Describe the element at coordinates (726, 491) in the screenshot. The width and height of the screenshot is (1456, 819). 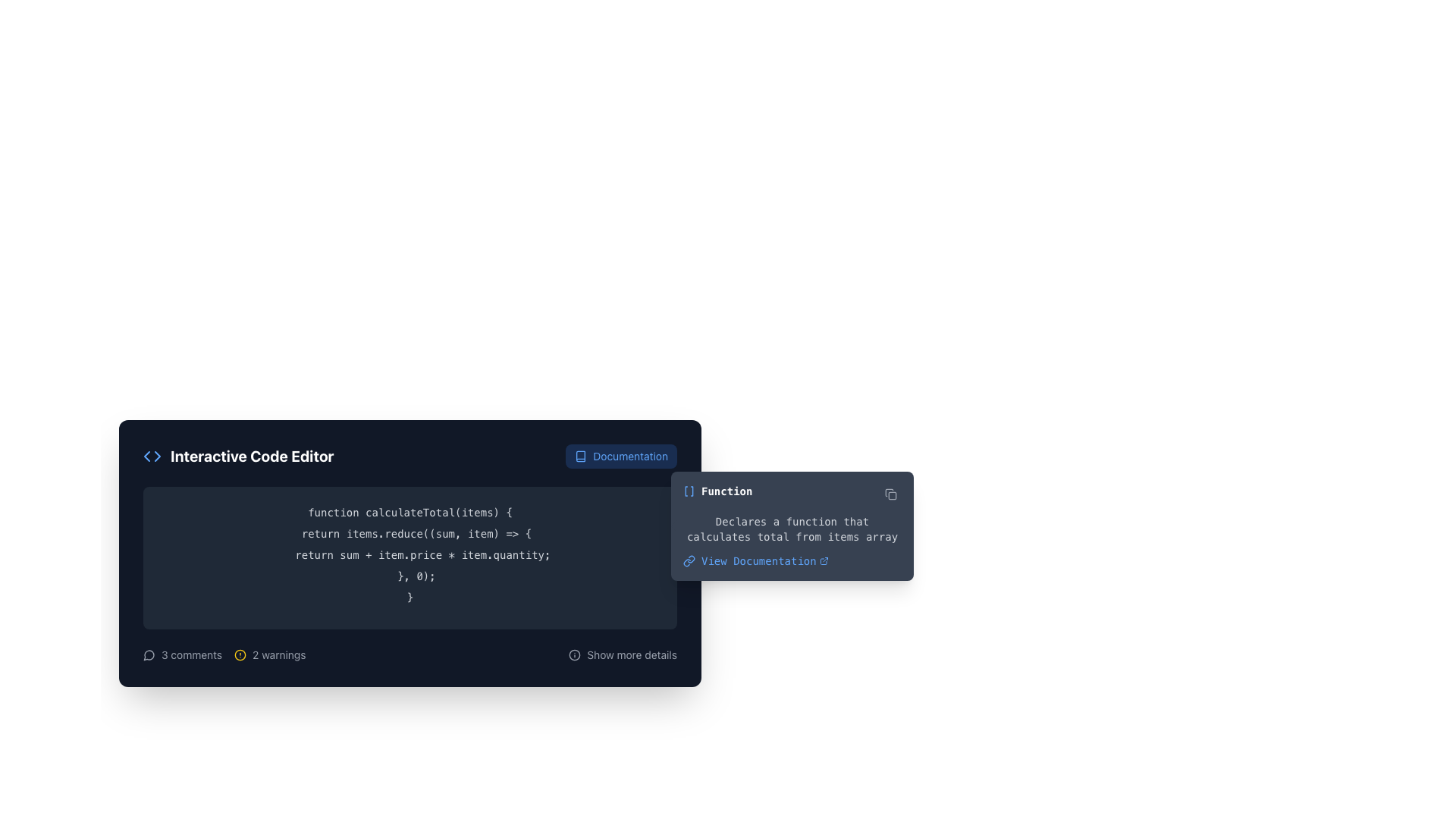
I see `text content of the 'Function' label, which is a small, bold, white text aligned to the right of an icon resembling brackets on a dark background` at that location.